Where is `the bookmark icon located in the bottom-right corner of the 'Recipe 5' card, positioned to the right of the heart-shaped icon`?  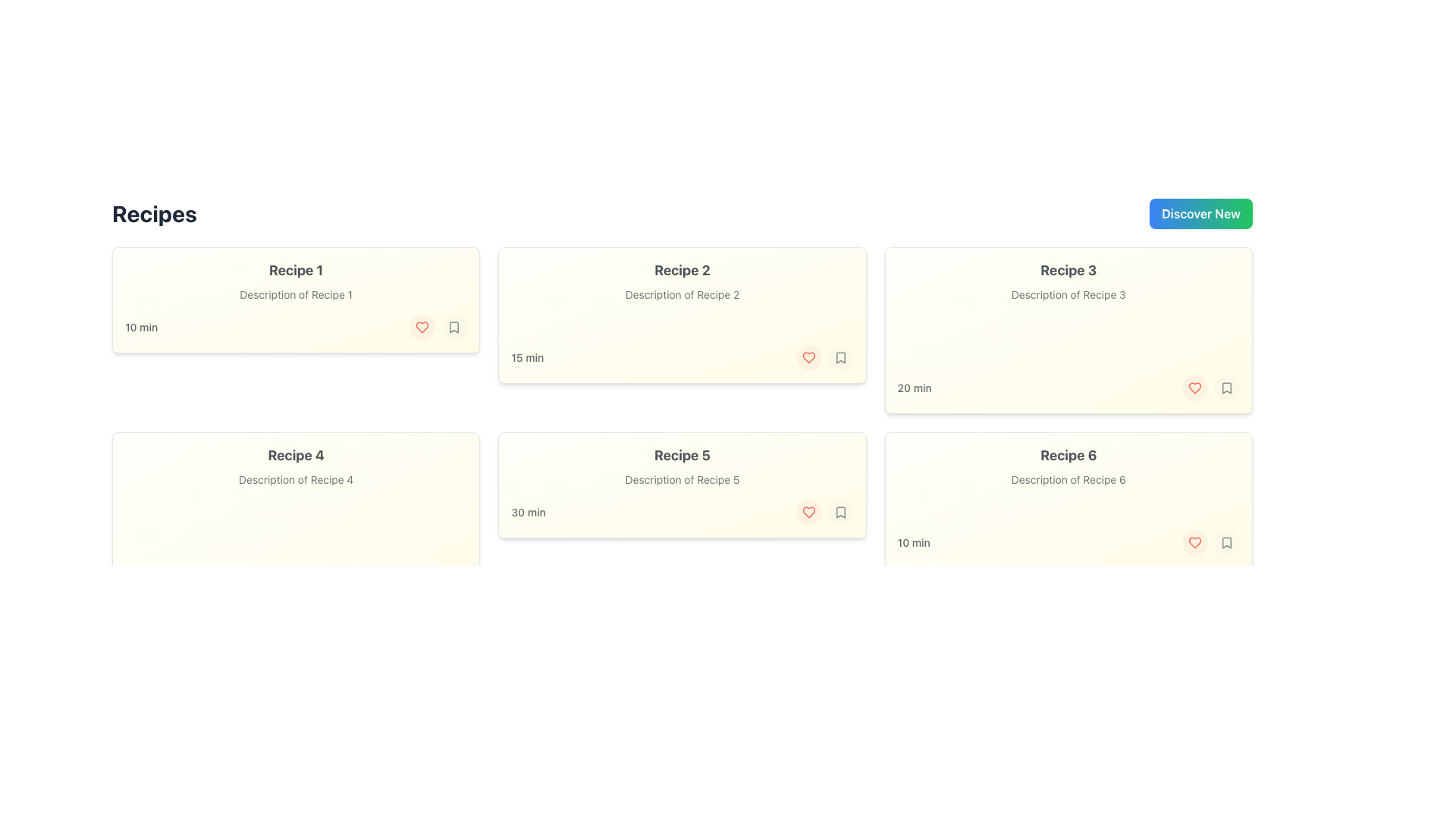
the bookmark icon located in the bottom-right corner of the 'Recipe 5' card, positioned to the right of the heart-shaped icon is located at coordinates (839, 512).